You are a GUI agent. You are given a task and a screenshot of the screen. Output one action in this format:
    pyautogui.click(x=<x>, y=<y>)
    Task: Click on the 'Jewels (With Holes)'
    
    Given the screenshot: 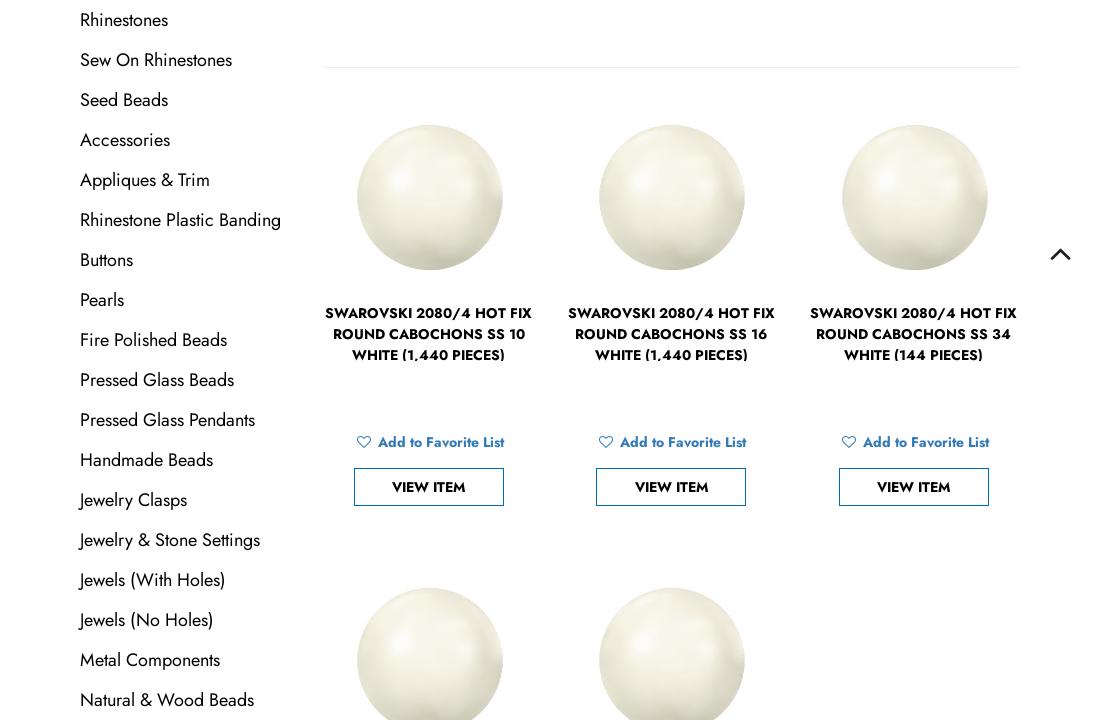 What is the action you would take?
    pyautogui.click(x=152, y=580)
    